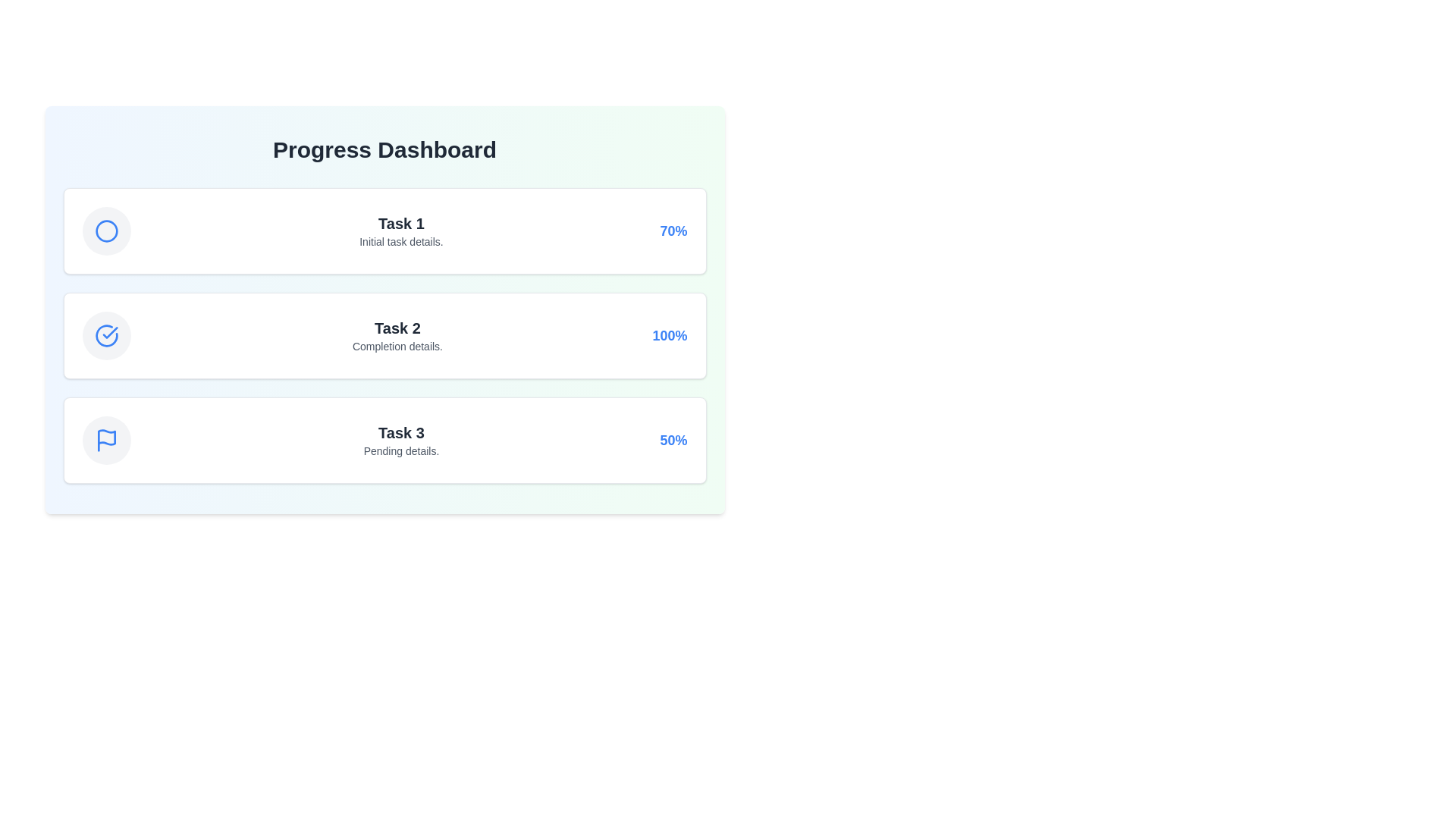 This screenshot has width=1456, height=819. Describe the element at coordinates (401, 231) in the screenshot. I see `title and brief description text displayed in the central text component of the card-like structure, located between an icon on the left and a percentage figure ('70%') on the right` at that location.